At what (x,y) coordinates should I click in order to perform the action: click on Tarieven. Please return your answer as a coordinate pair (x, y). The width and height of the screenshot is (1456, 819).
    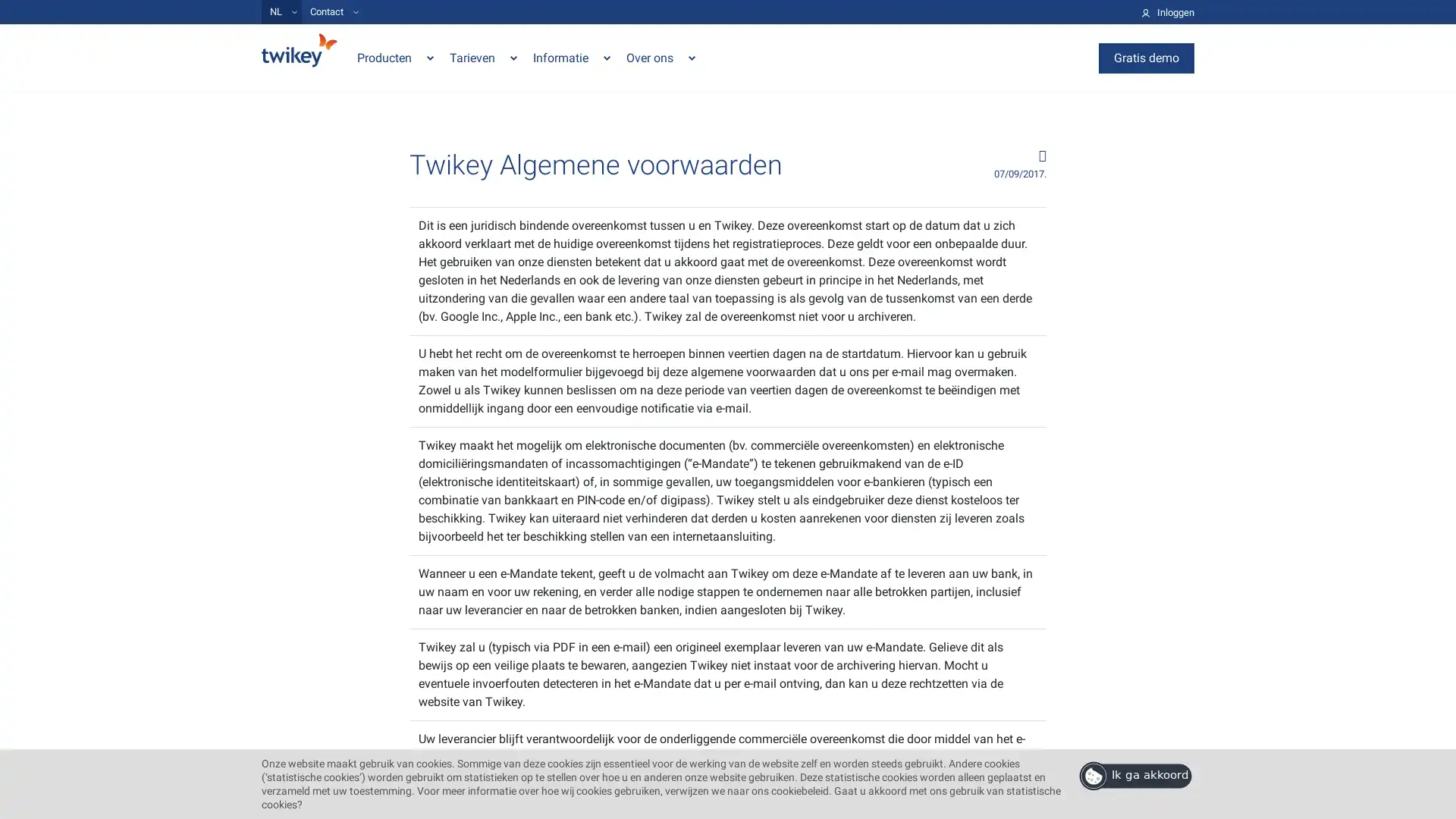
    Looking at the image, I should click on (483, 57).